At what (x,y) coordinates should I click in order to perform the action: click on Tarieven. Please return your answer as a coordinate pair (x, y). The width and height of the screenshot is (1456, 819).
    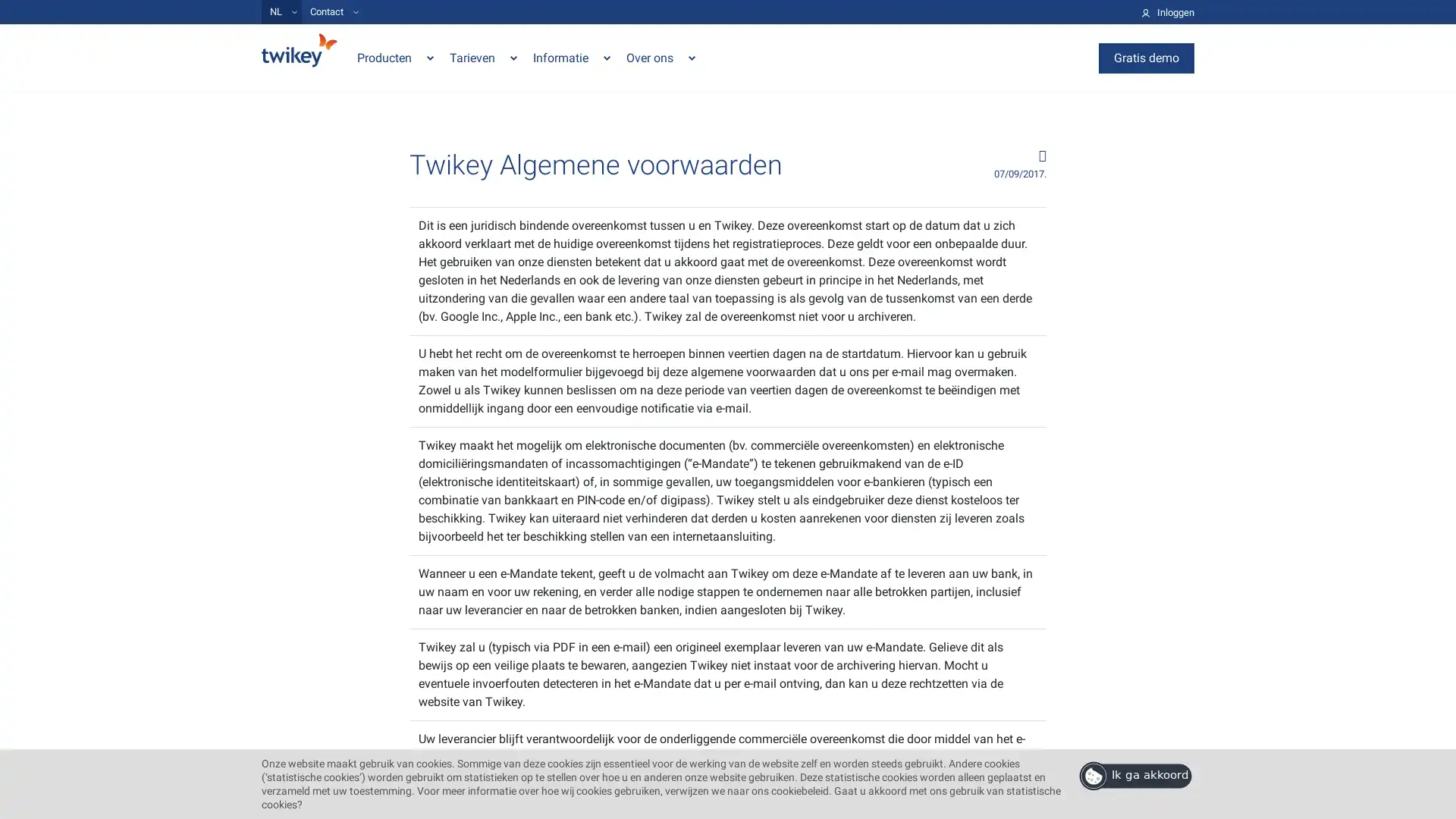
    Looking at the image, I should click on (483, 57).